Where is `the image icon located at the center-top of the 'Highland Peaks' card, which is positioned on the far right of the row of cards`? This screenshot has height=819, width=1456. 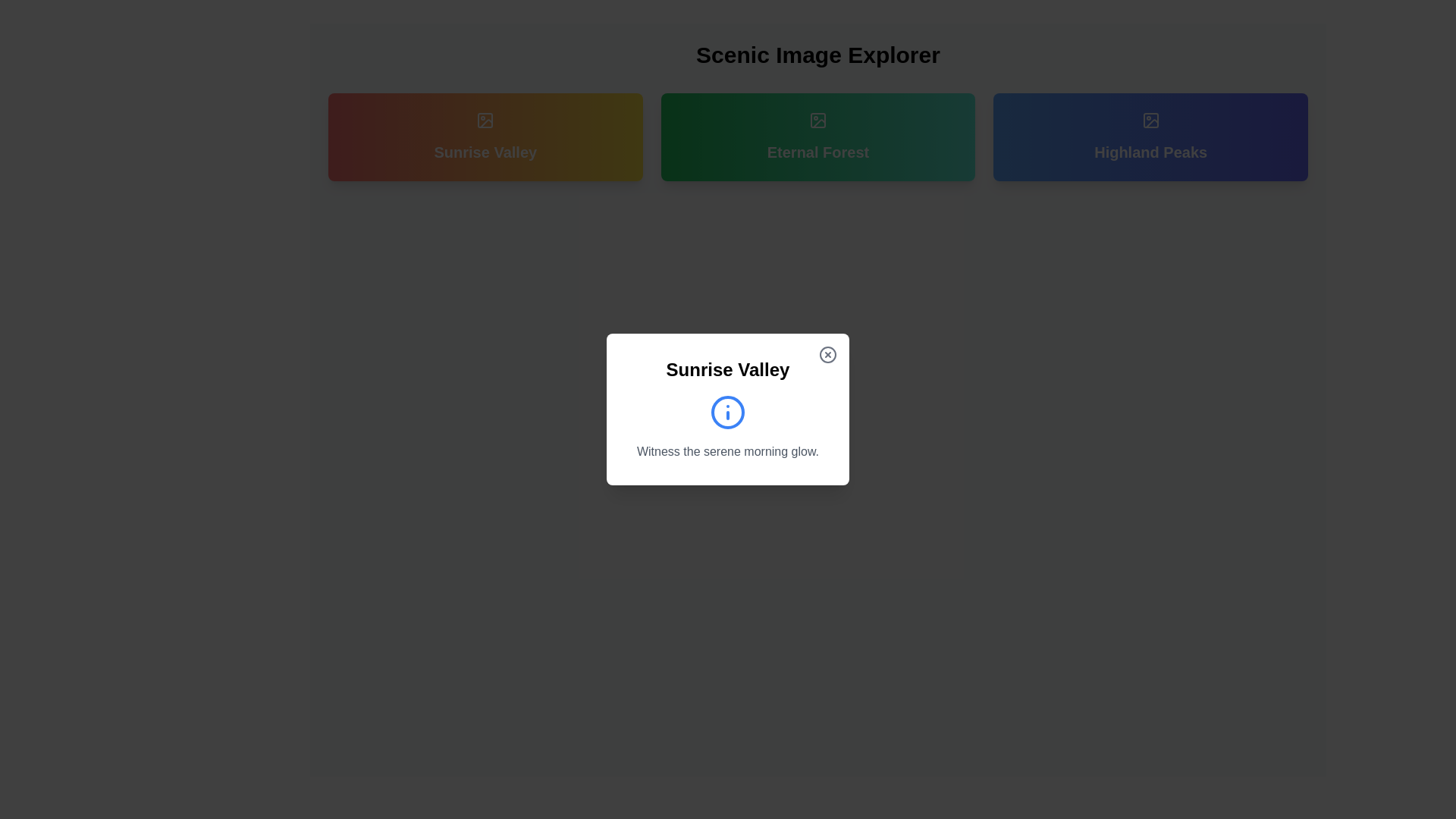 the image icon located at the center-top of the 'Highland Peaks' card, which is positioned on the far right of the row of cards is located at coordinates (1150, 119).